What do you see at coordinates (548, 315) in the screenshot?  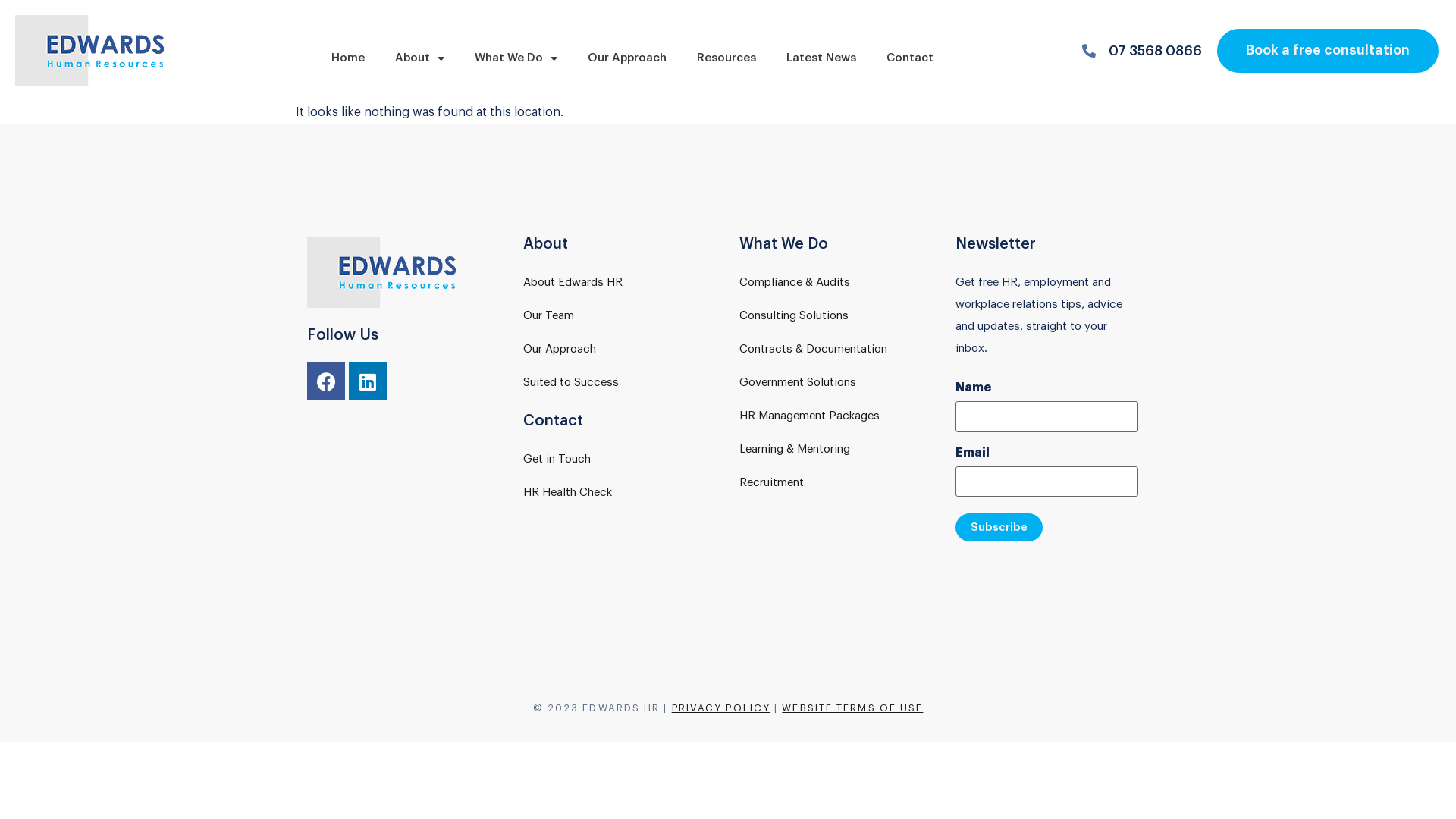 I see `'Our Team'` at bounding box center [548, 315].